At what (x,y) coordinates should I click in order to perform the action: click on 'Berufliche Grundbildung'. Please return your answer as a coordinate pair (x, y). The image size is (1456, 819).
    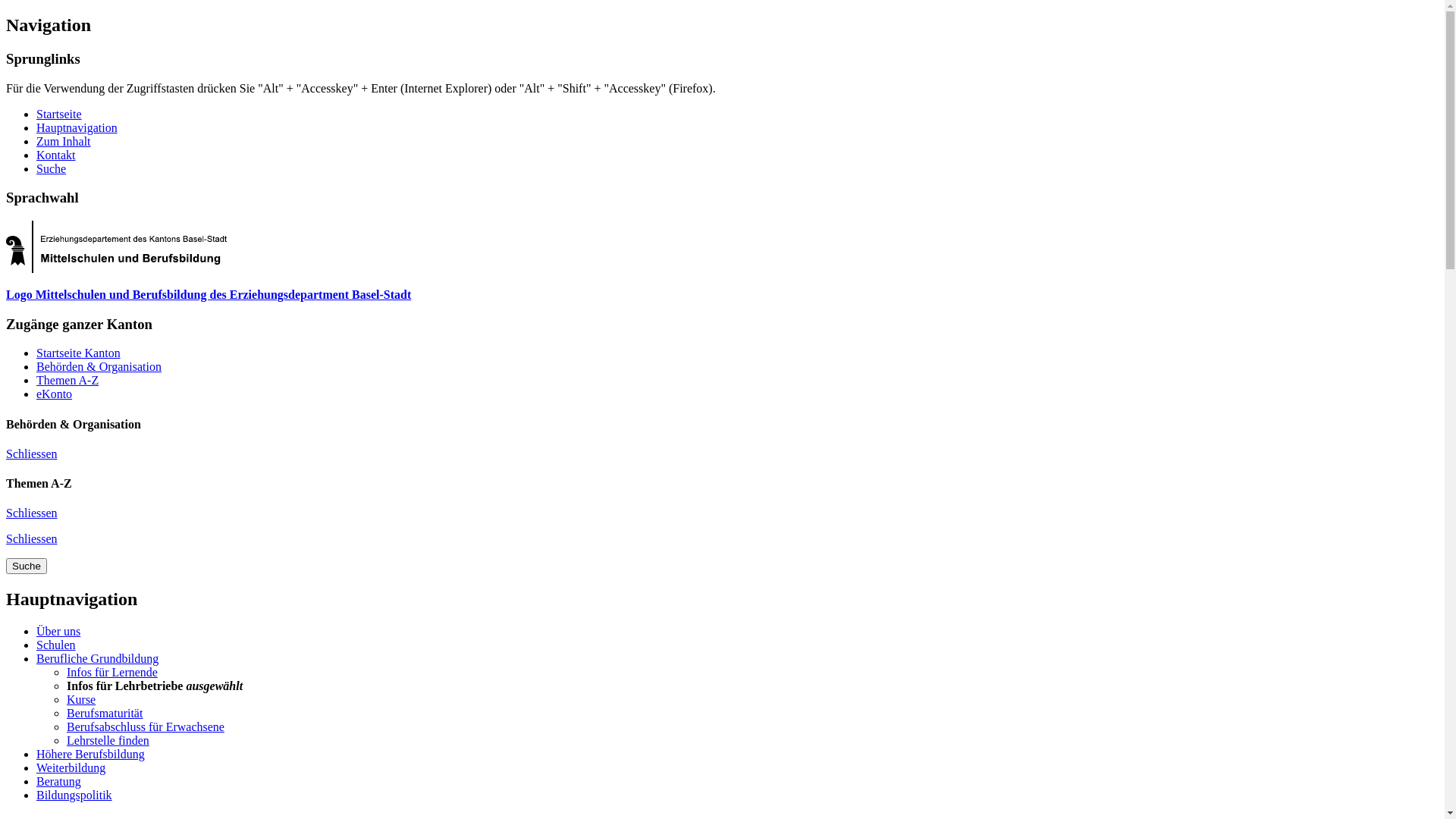
    Looking at the image, I should click on (96, 657).